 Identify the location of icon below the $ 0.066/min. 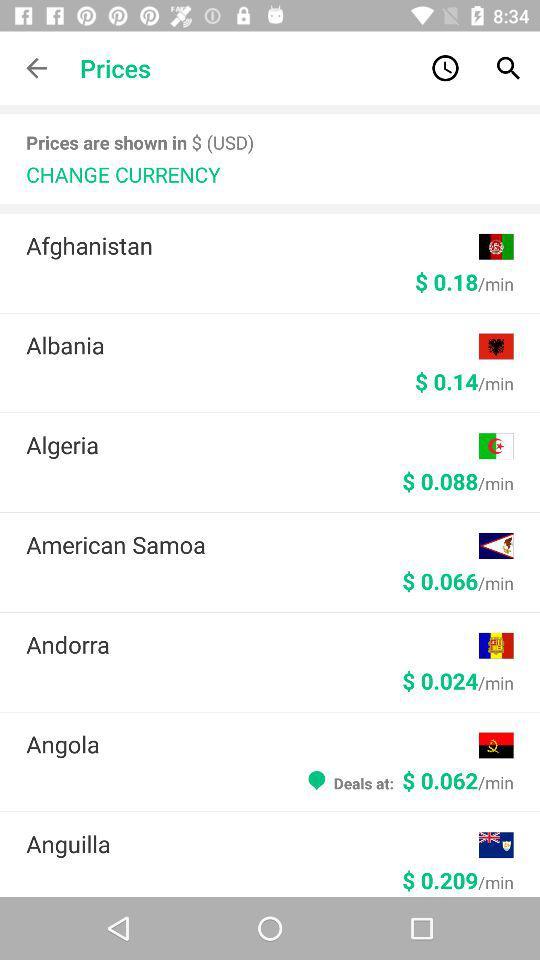
(252, 643).